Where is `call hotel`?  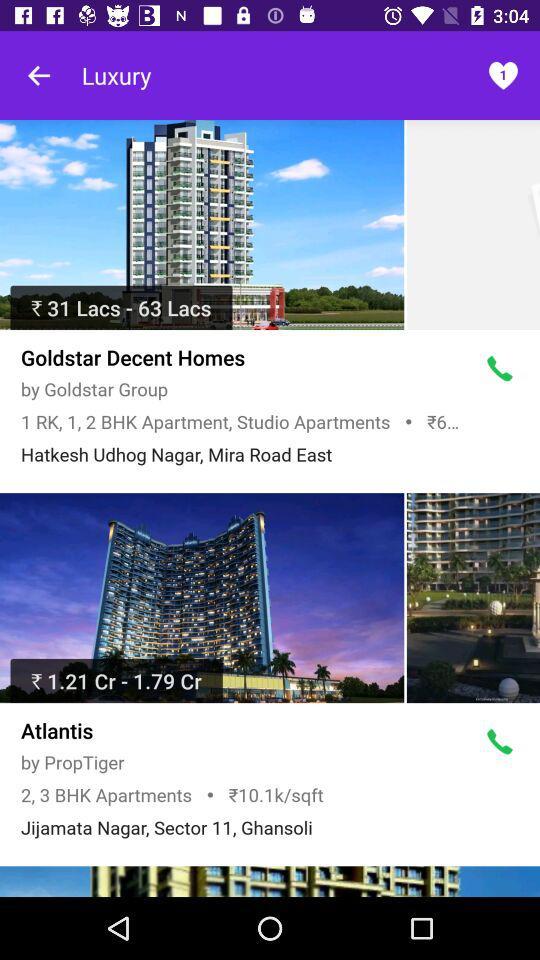 call hotel is located at coordinates (499, 741).